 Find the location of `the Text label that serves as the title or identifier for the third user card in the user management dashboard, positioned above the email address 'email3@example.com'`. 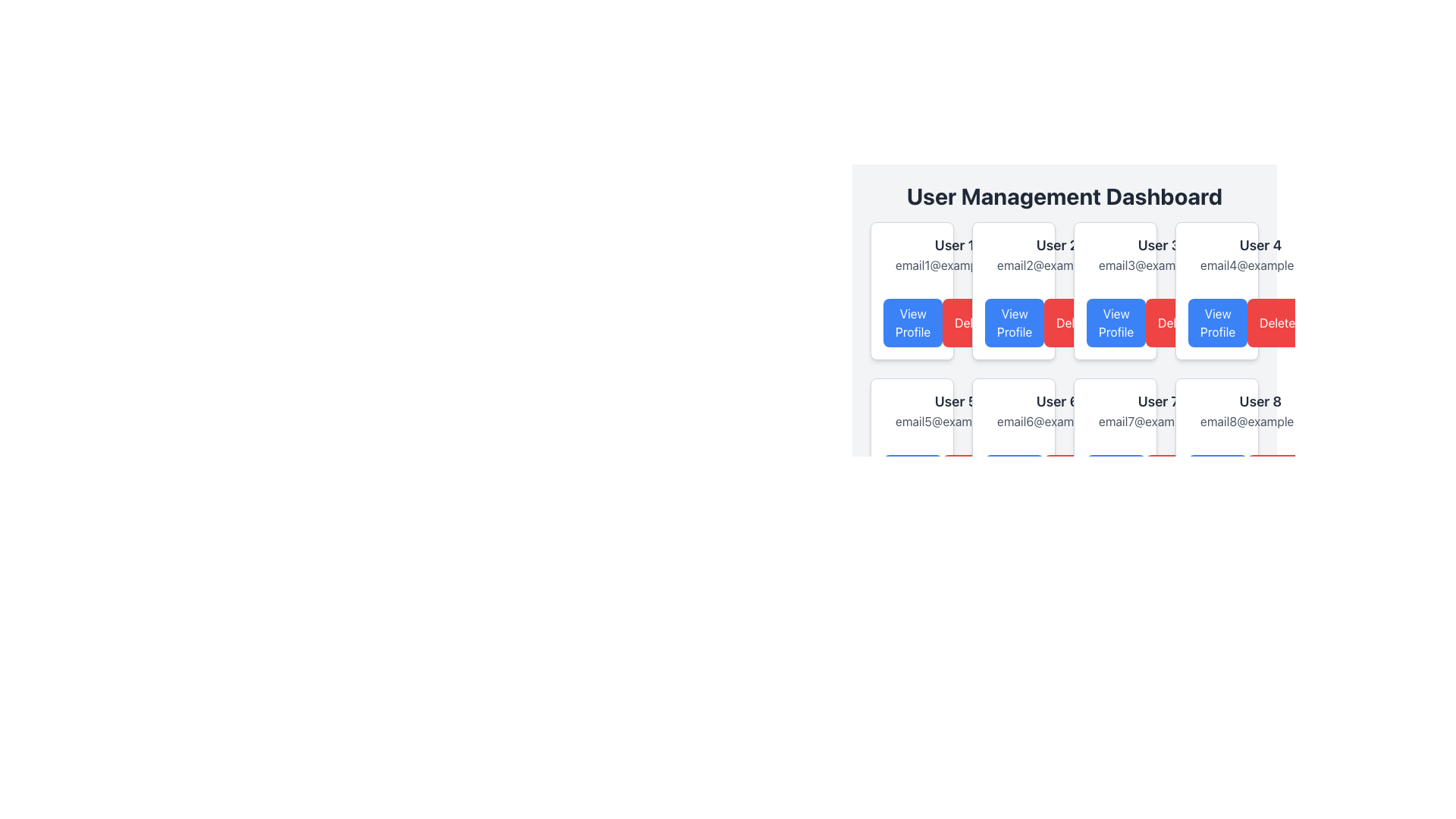

the Text label that serves as the title or identifier for the third user card in the user management dashboard, positioned above the email address 'email3@example.com' is located at coordinates (1158, 245).